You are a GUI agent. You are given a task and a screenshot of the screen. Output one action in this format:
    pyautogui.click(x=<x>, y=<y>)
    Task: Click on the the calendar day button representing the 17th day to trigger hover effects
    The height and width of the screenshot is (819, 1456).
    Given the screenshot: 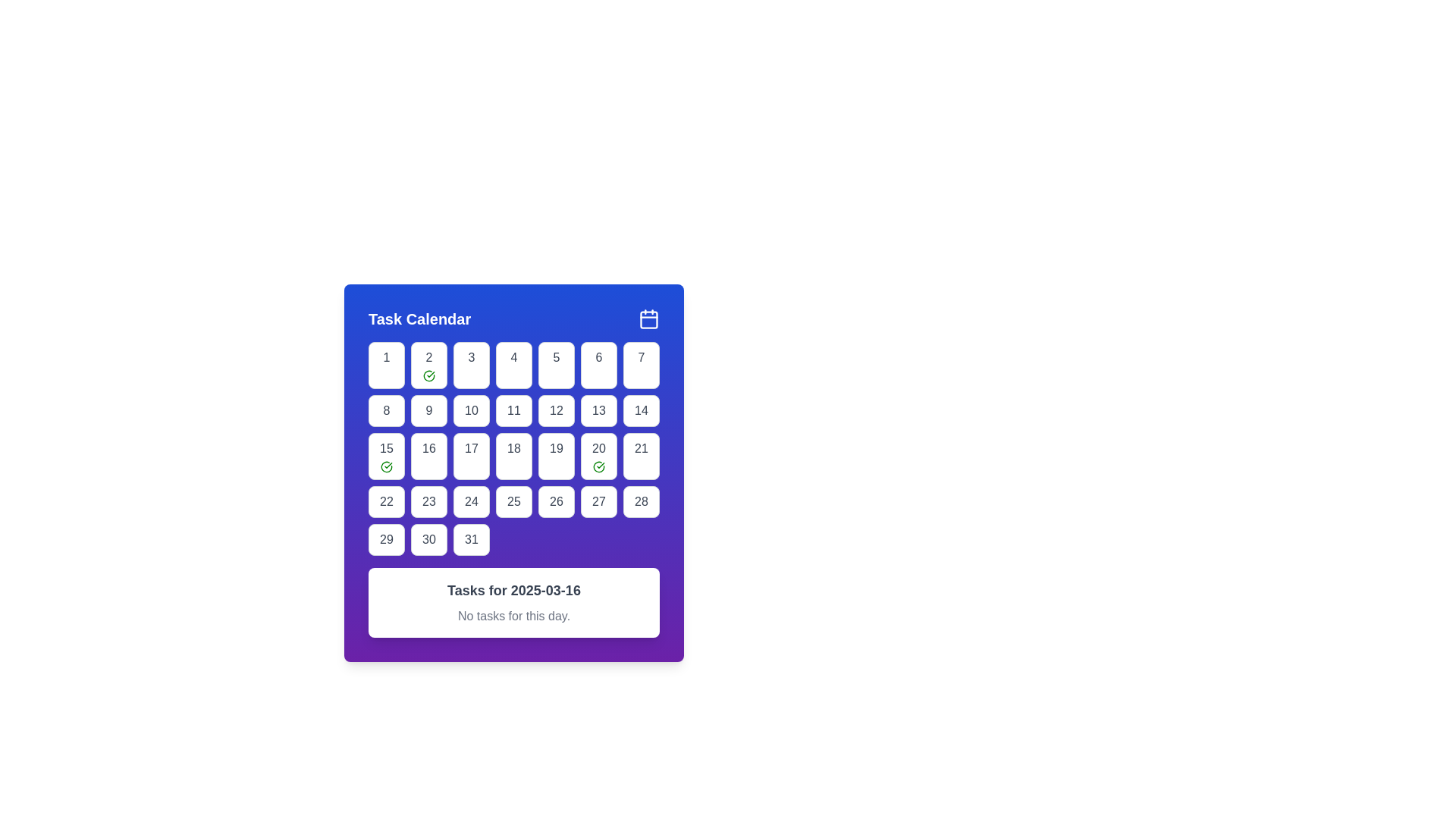 What is the action you would take?
    pyautogui.click(x=471, y=455)
    